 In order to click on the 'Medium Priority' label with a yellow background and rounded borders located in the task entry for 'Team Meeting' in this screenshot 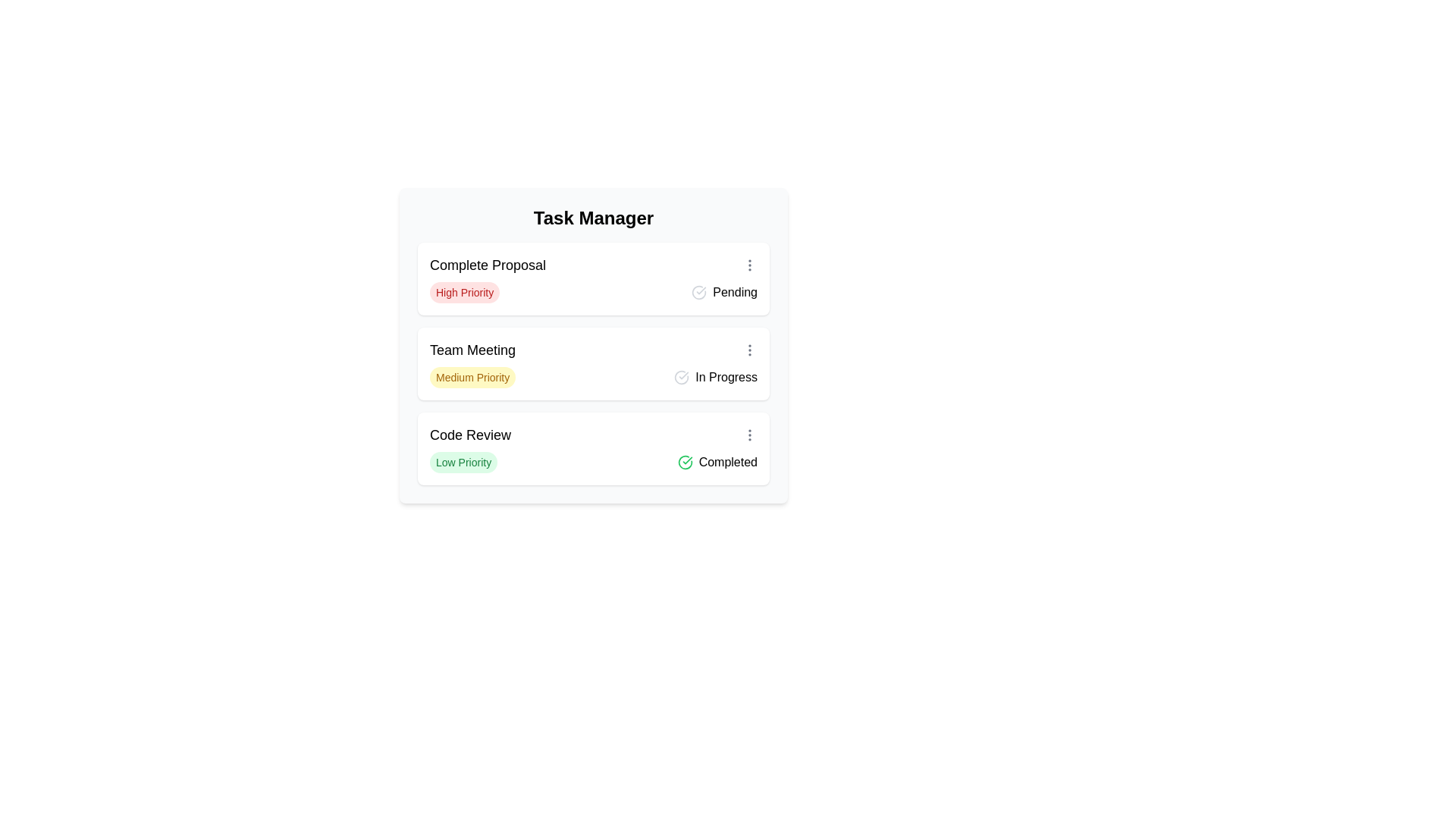, I will do `click(472, 376)`.